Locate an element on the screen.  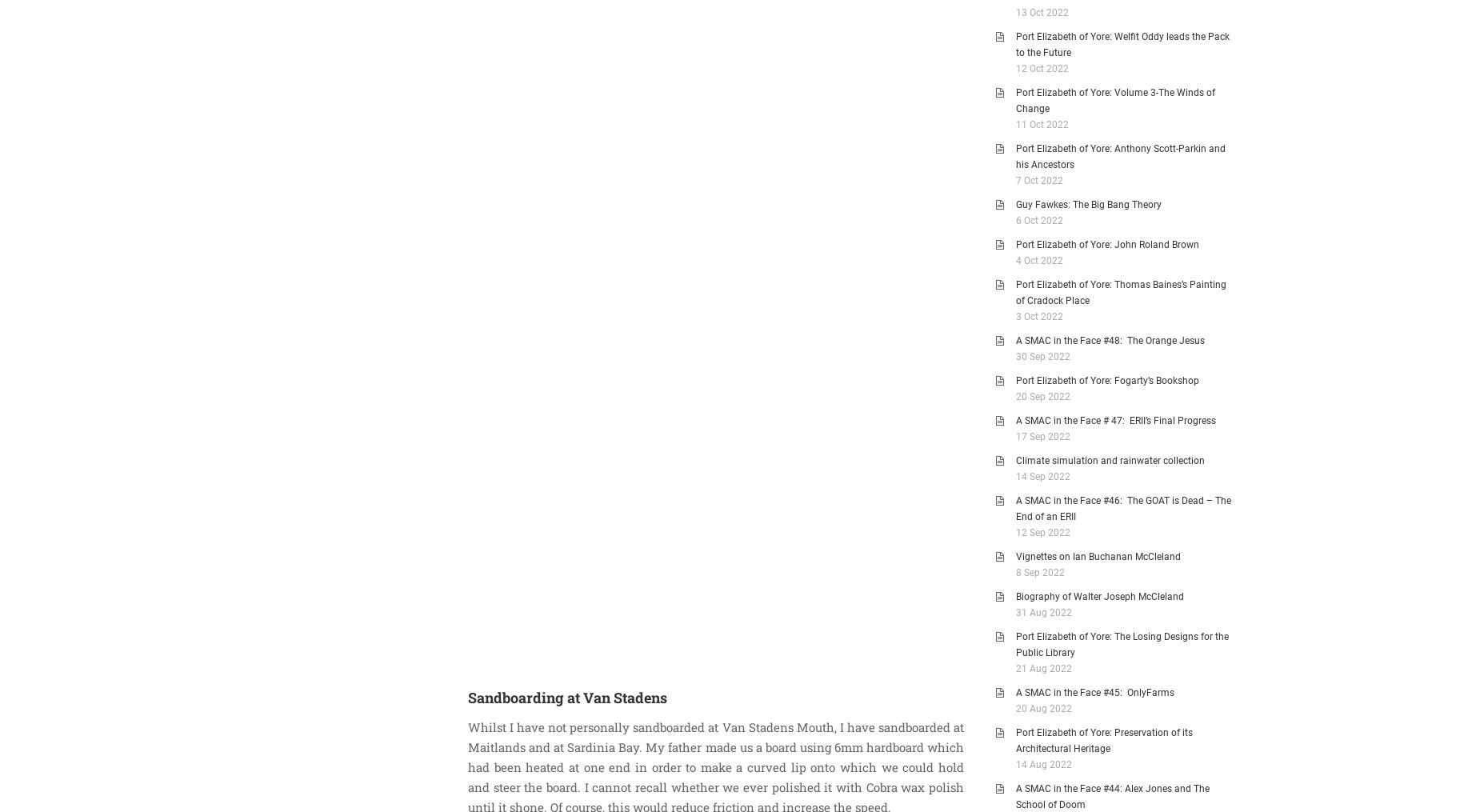
'Port Elizabeth of Yore: Anthony Scott-Parkin and his Ancestors' is located at coordinates (1121, 155).